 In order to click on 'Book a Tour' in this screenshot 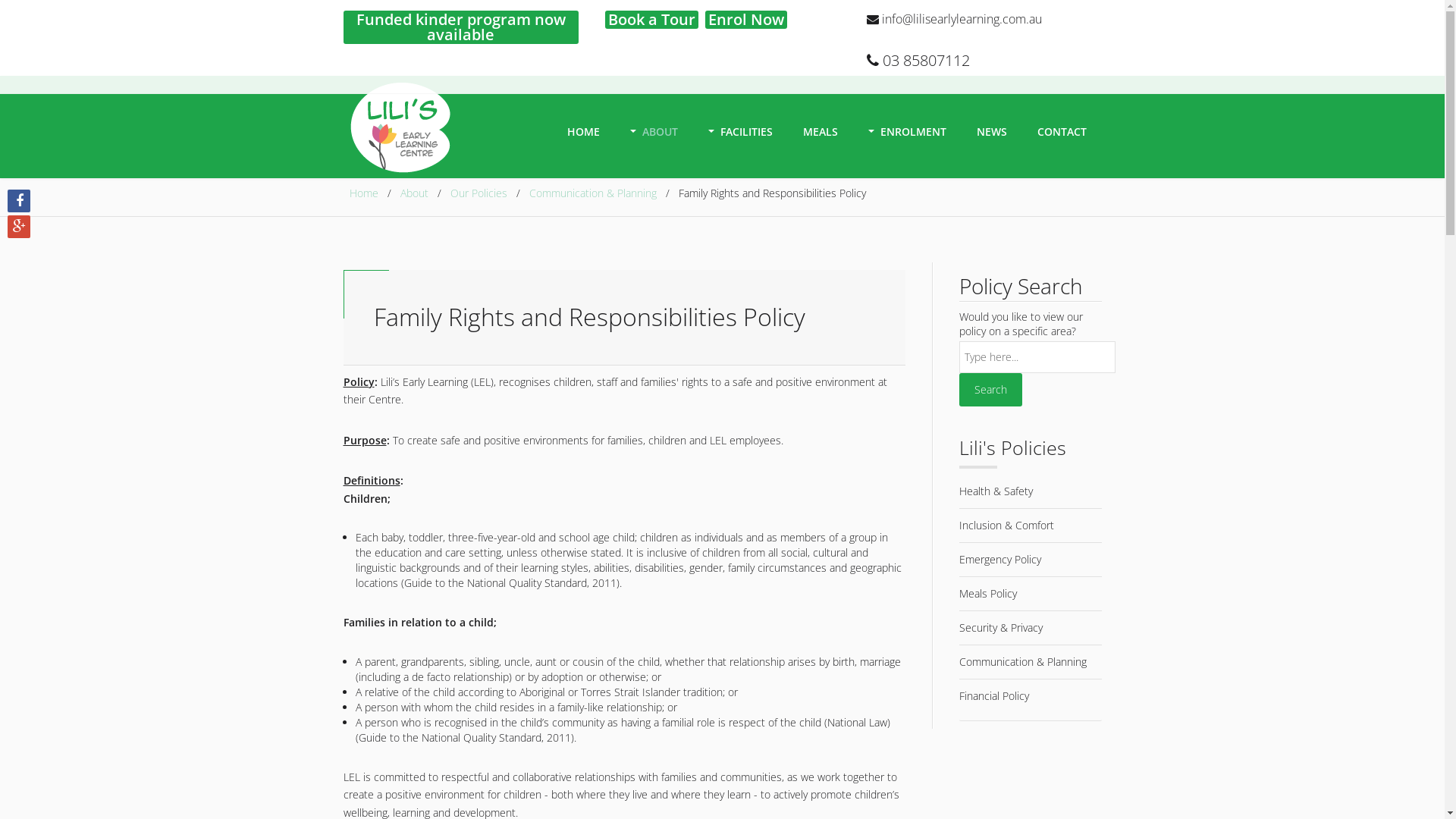, I will do `click(651, 20)`.